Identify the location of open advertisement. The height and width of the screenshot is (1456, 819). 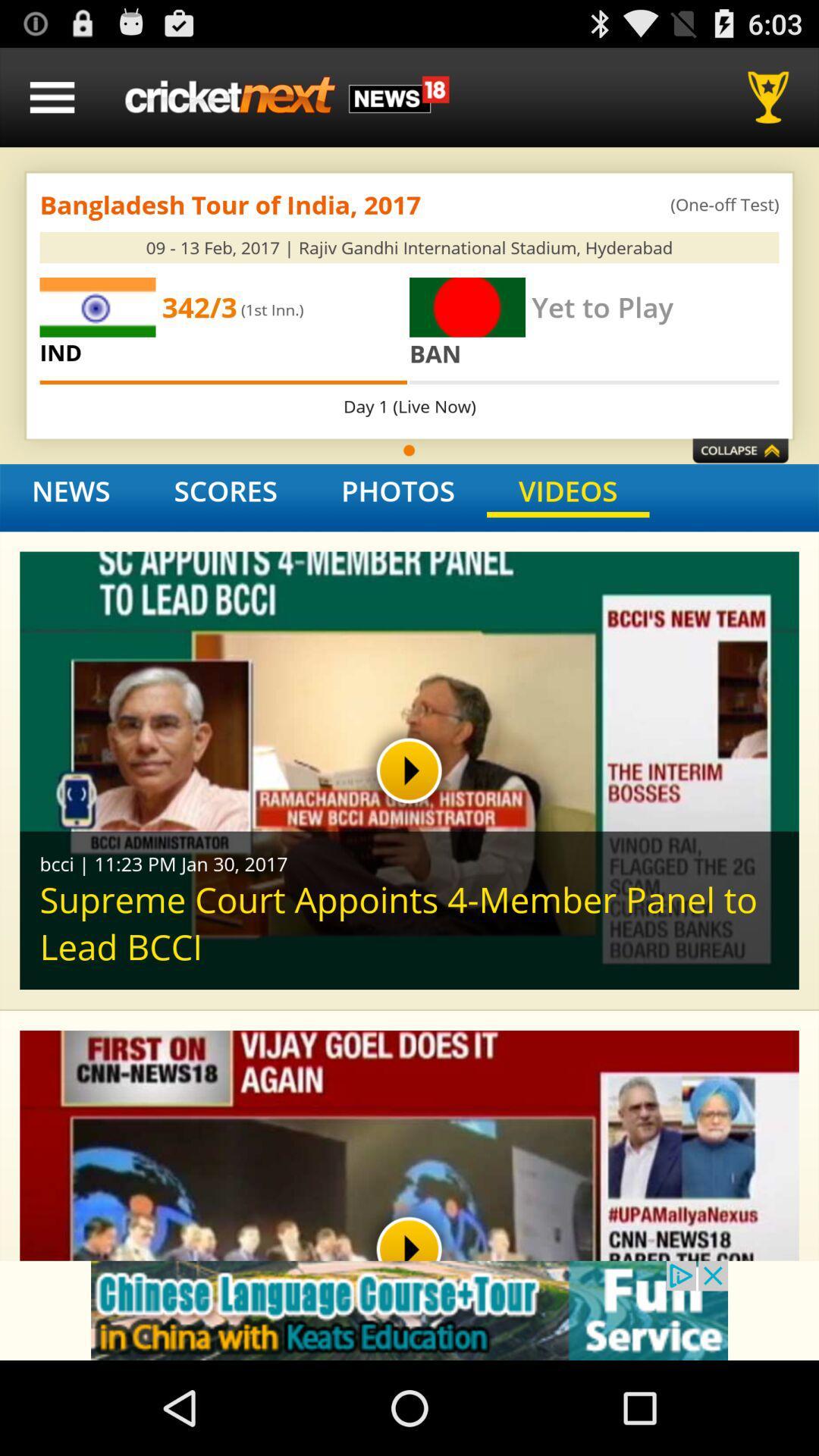
(409, 1310).